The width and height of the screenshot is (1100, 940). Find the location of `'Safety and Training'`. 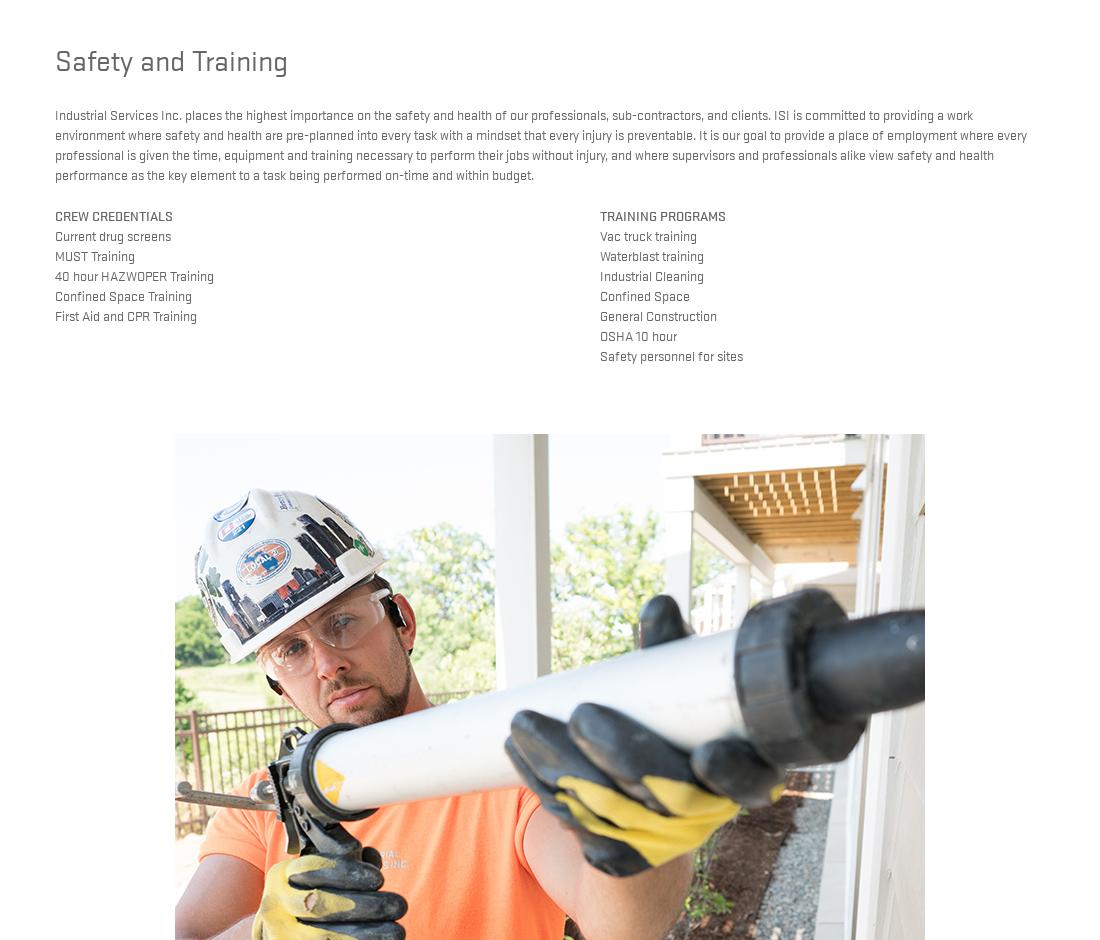

'Safety and Training' is located at coordinates (170, 57).